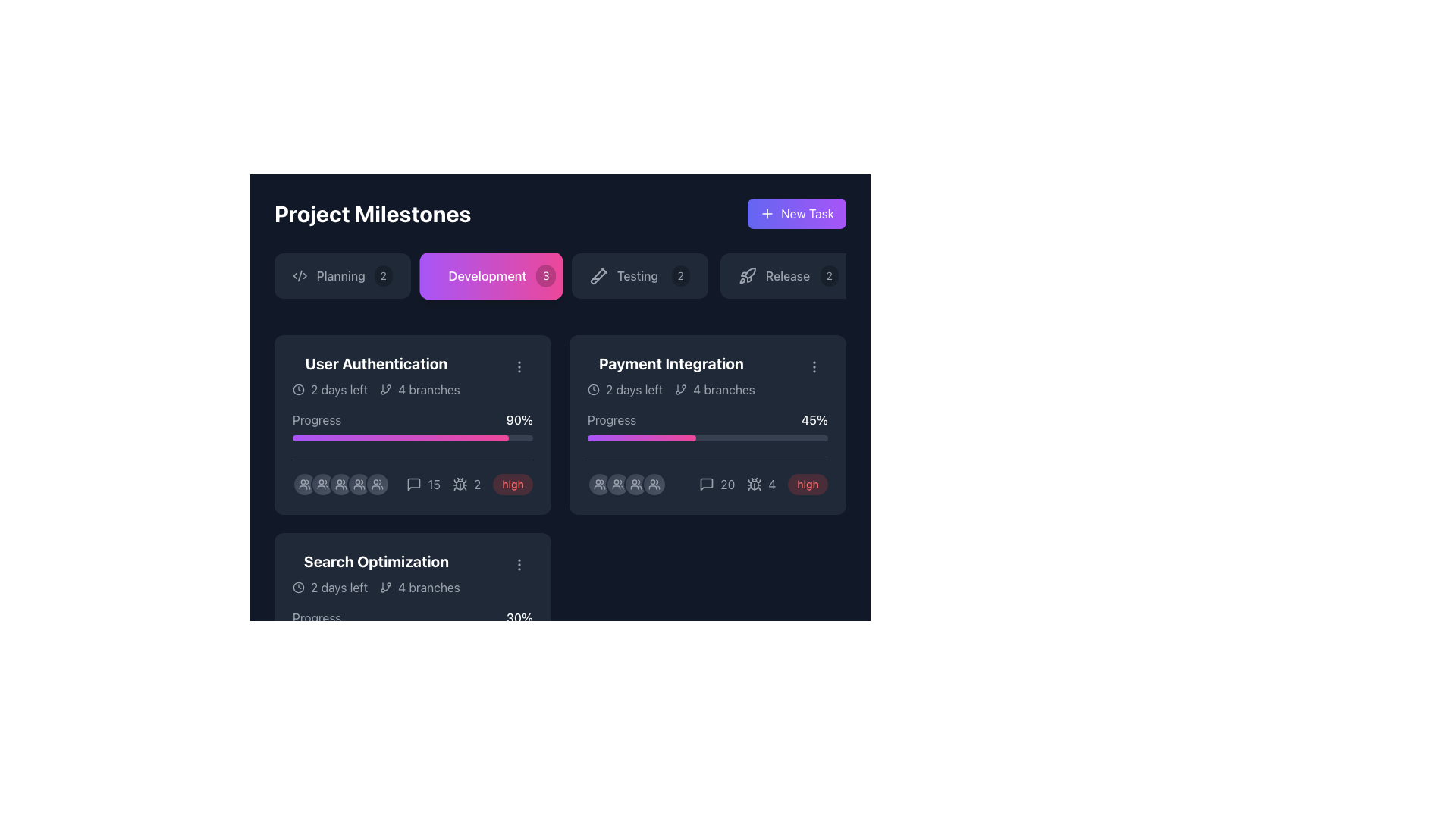 The width and height of the screenshot is (1456, 819). Describe the element at coordinates (376, 375) in the screenshot. I see `the first Card component in the 'Development' section` at that location.